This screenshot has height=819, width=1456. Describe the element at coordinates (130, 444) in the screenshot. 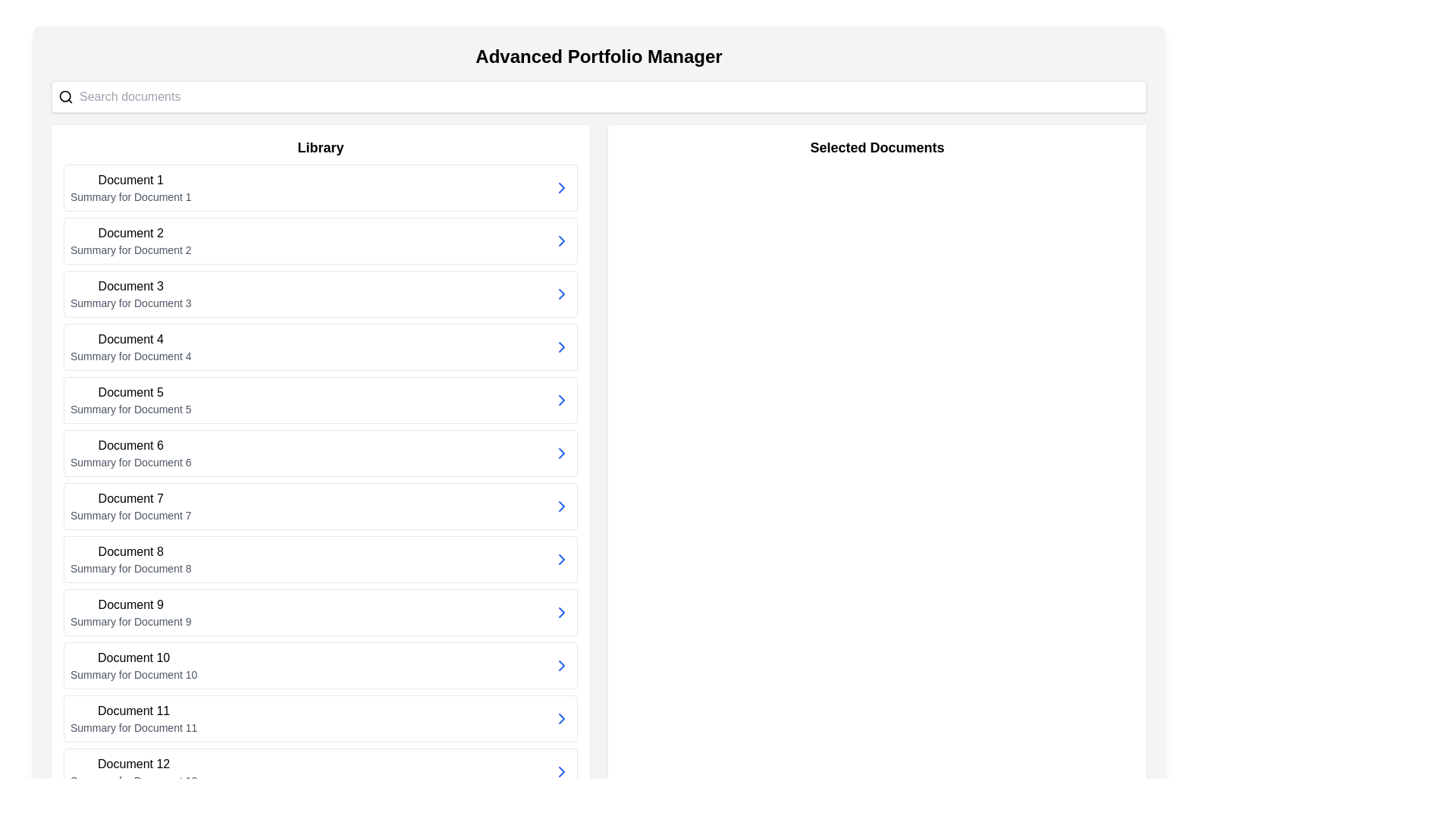

I see `the text label titled 'Document 6 Summary for Document 6' located at the top center of the Library section` at that location.